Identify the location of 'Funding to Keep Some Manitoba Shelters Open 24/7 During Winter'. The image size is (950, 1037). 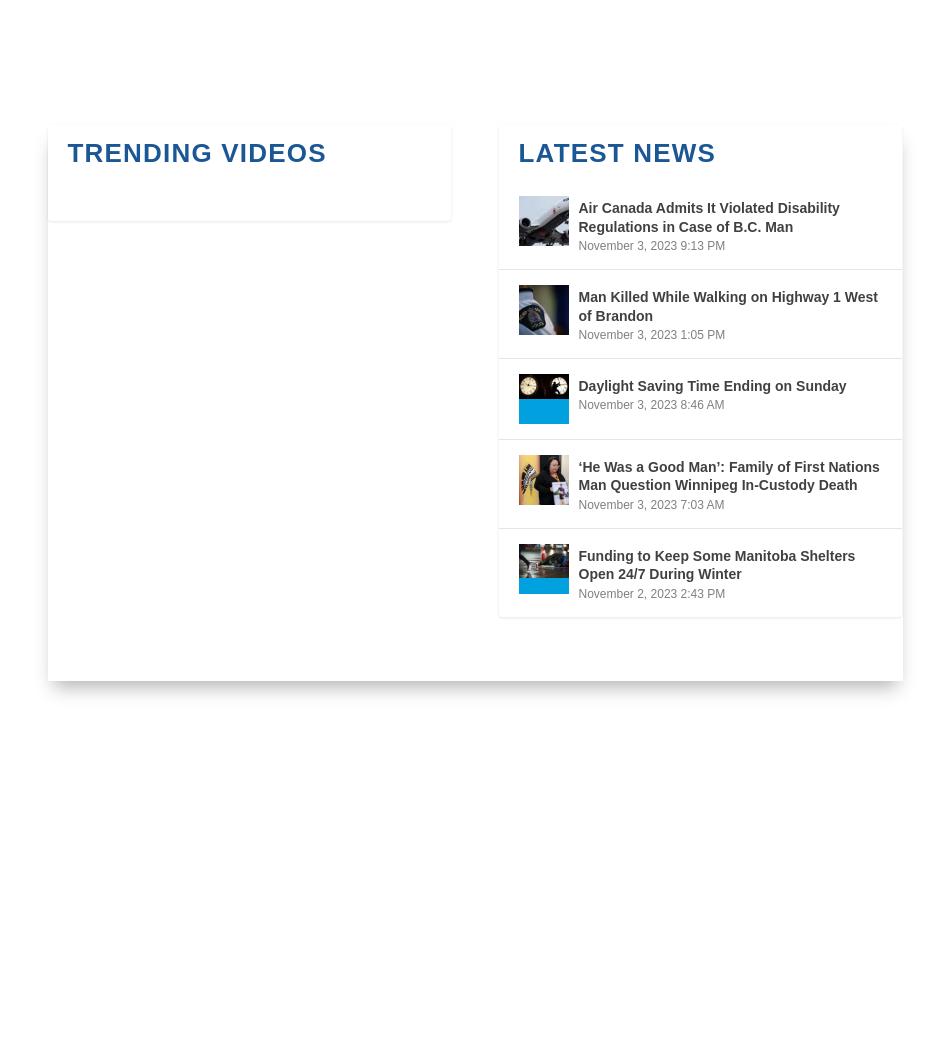
(715, 564).